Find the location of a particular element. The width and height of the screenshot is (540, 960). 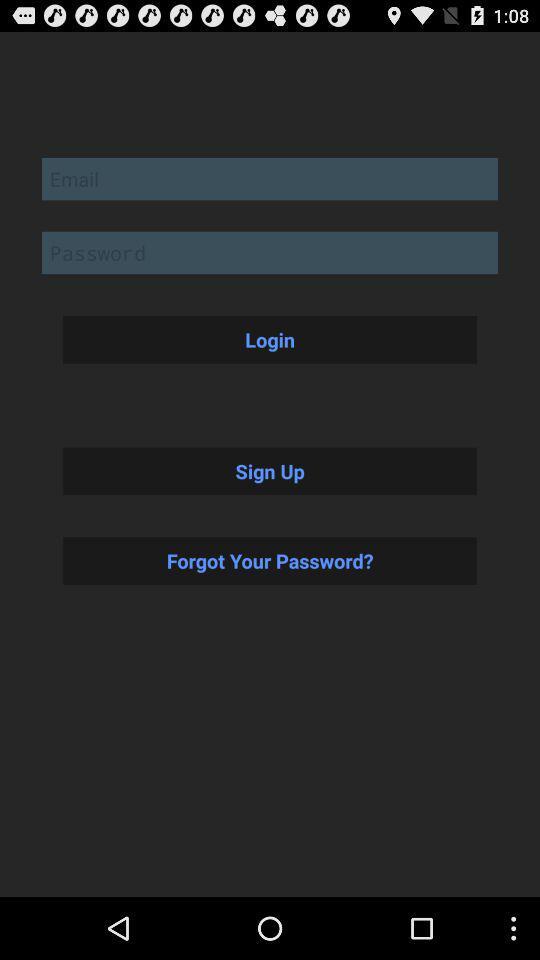

email field is located at coordinates (270, 177).